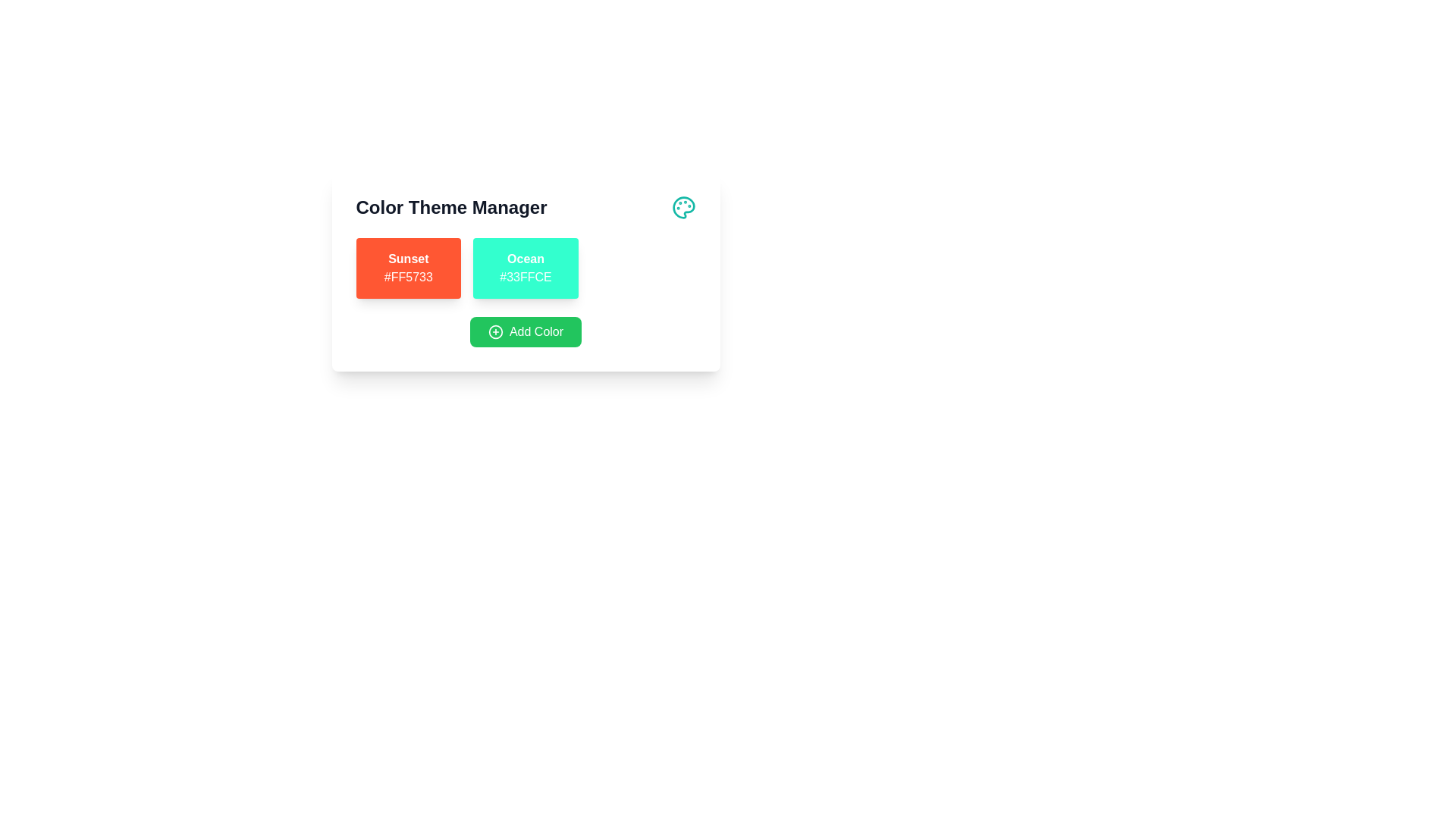 The image size is (1456, 819). What do you see at coordinates (526, 207) in the screenshot?
I see `the heading text or icon that indicates the purpose of managing color themes, located at the top of the section` at bounding box center [526, 207].